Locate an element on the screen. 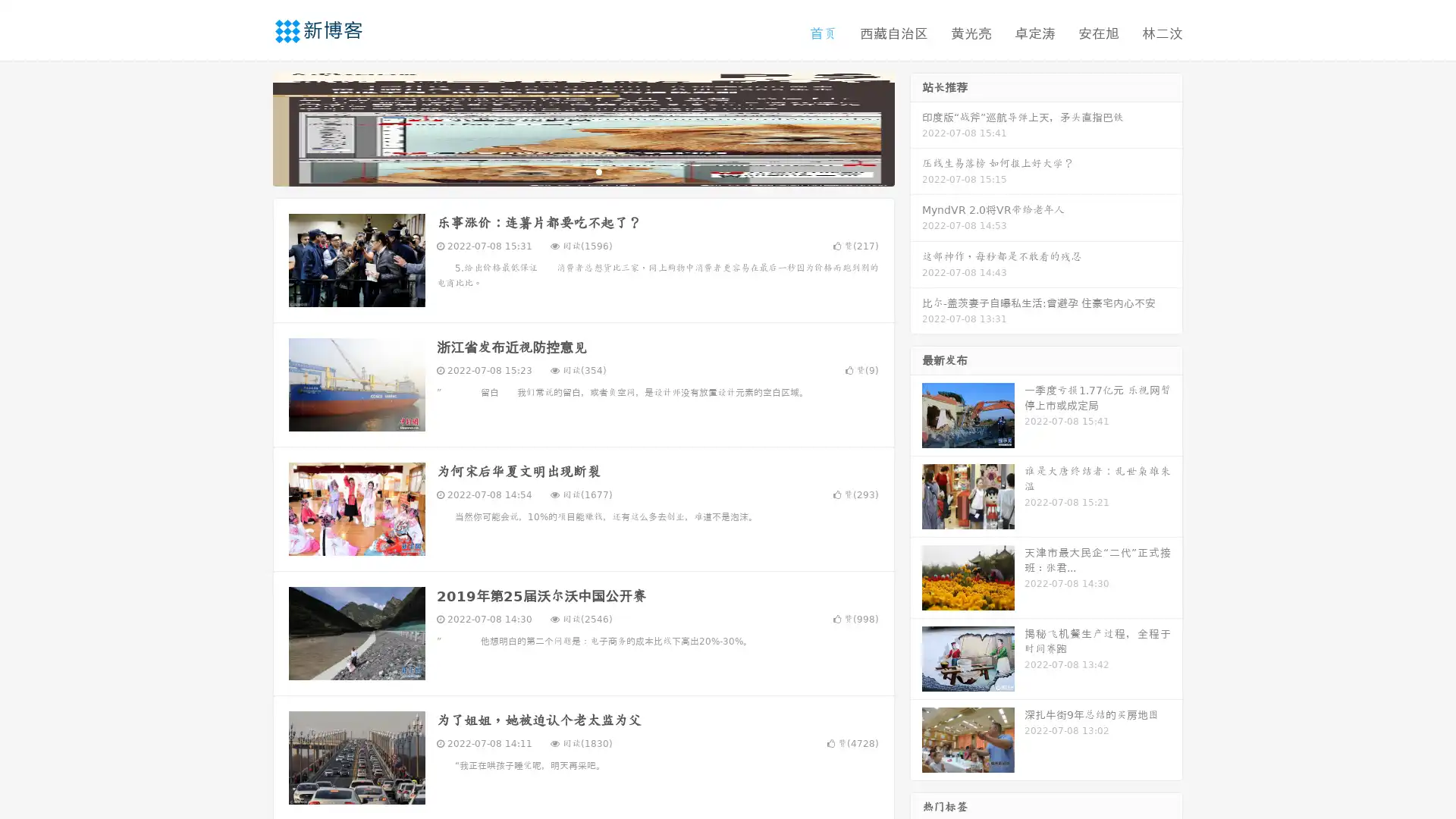  Go to slide 3 is located at coordinates (598, 171).